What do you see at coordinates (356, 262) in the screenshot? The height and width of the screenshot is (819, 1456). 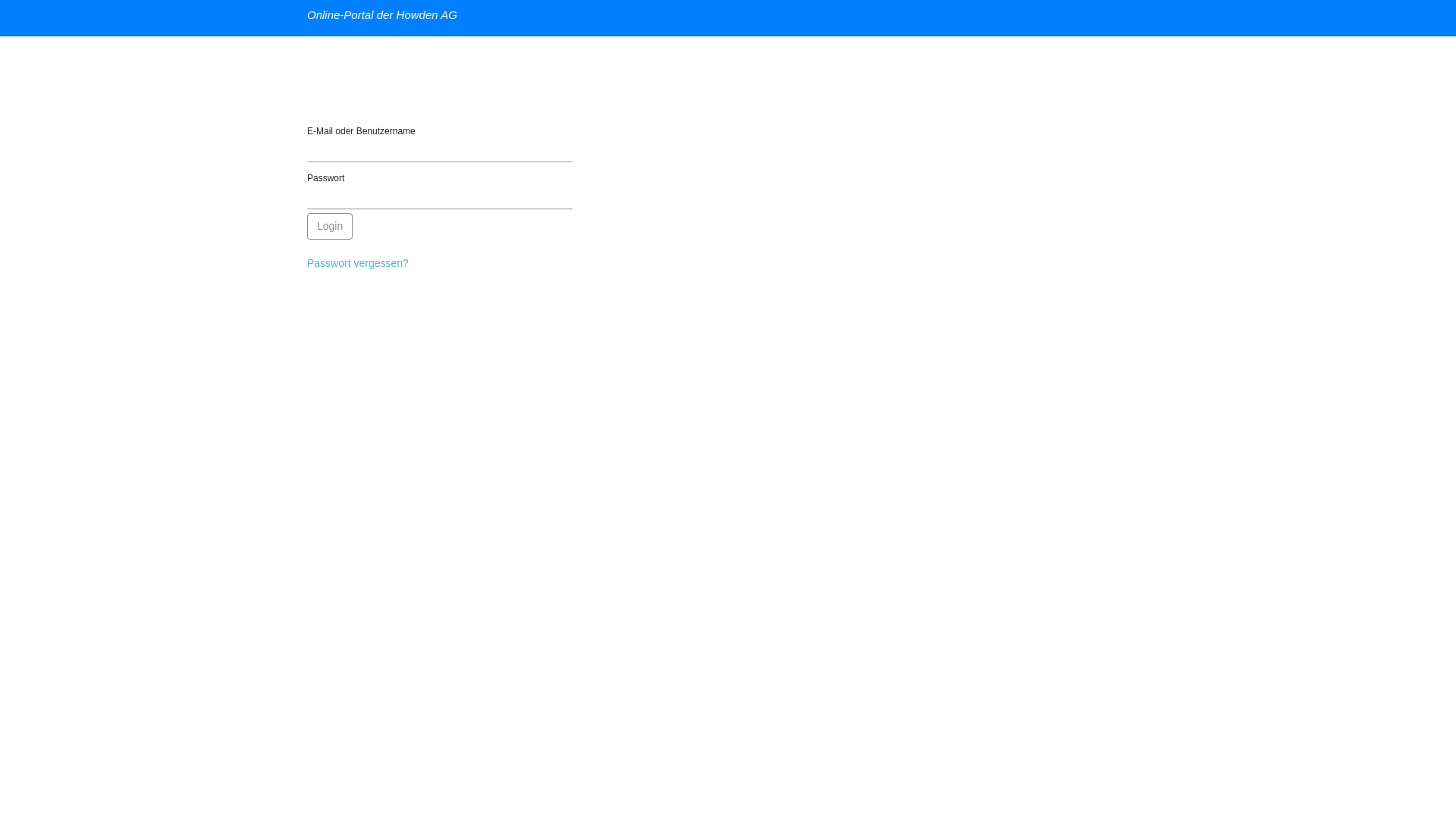 I see `'Passwort vergessen?'` at bounding box center [356, 262].